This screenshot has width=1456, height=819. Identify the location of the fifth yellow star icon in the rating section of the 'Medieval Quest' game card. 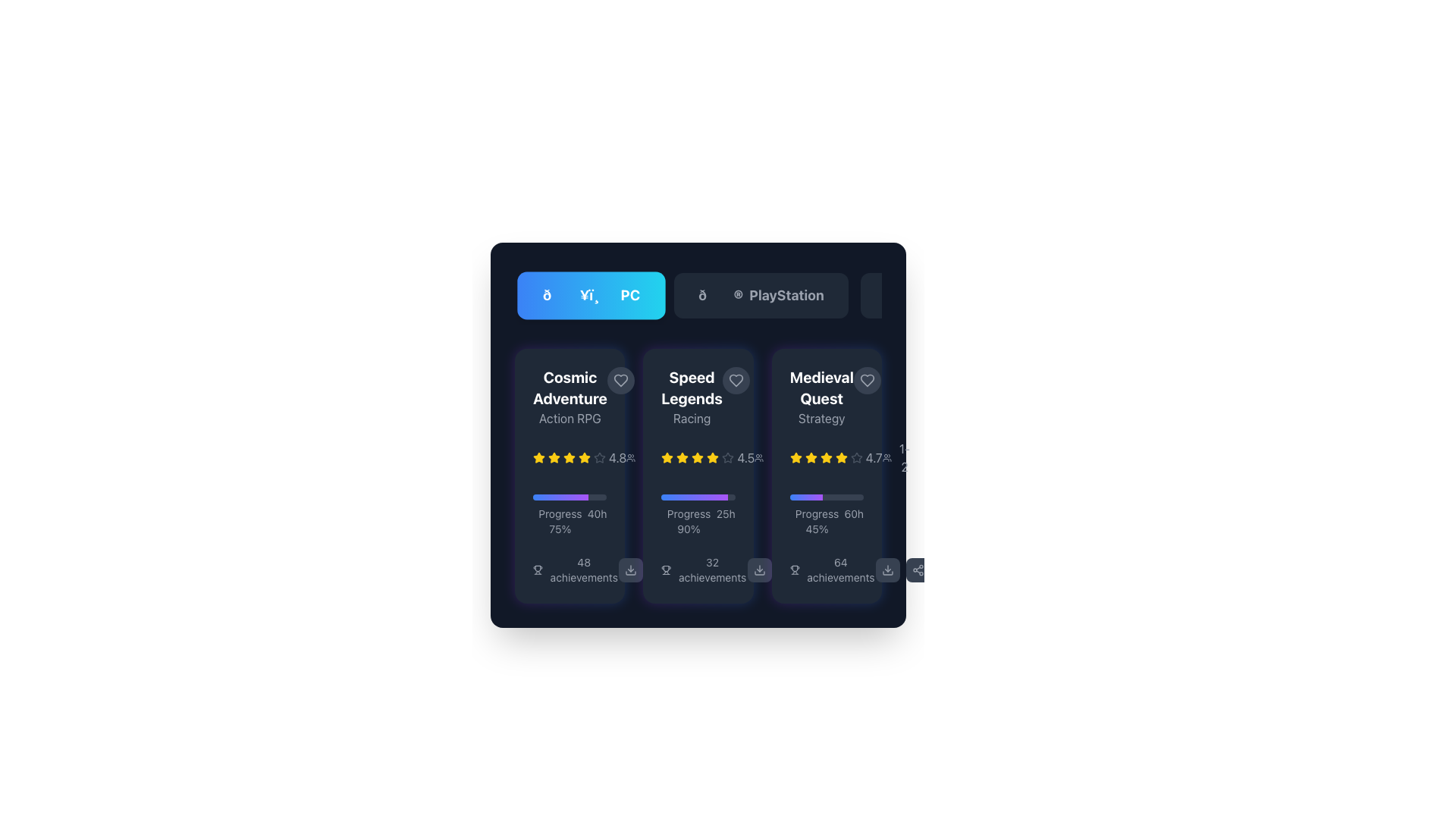
(825, 457).